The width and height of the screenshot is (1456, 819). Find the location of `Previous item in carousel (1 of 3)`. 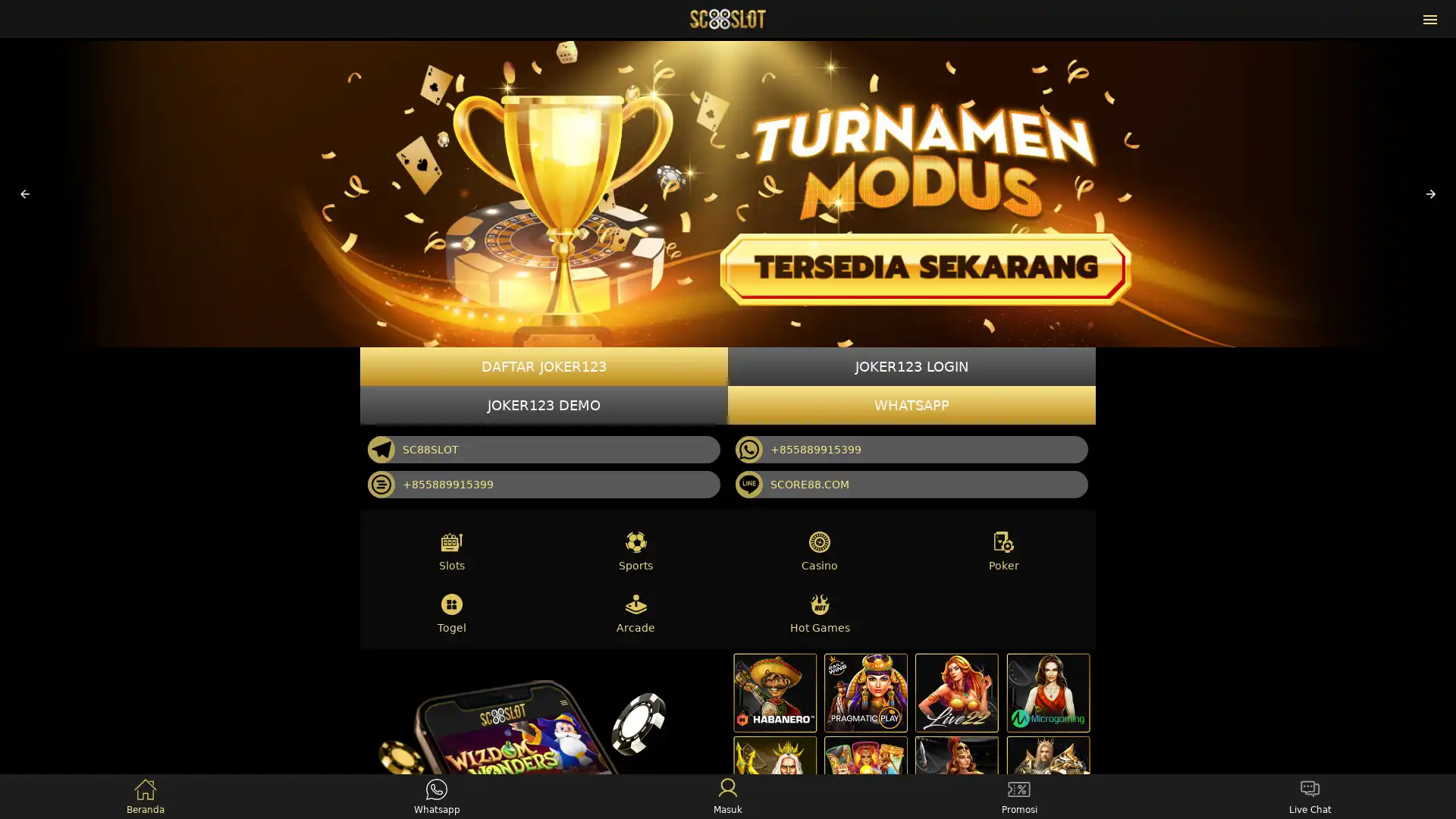

Previous item in carousel (1 of 3) is located at coordinates (25, 193).